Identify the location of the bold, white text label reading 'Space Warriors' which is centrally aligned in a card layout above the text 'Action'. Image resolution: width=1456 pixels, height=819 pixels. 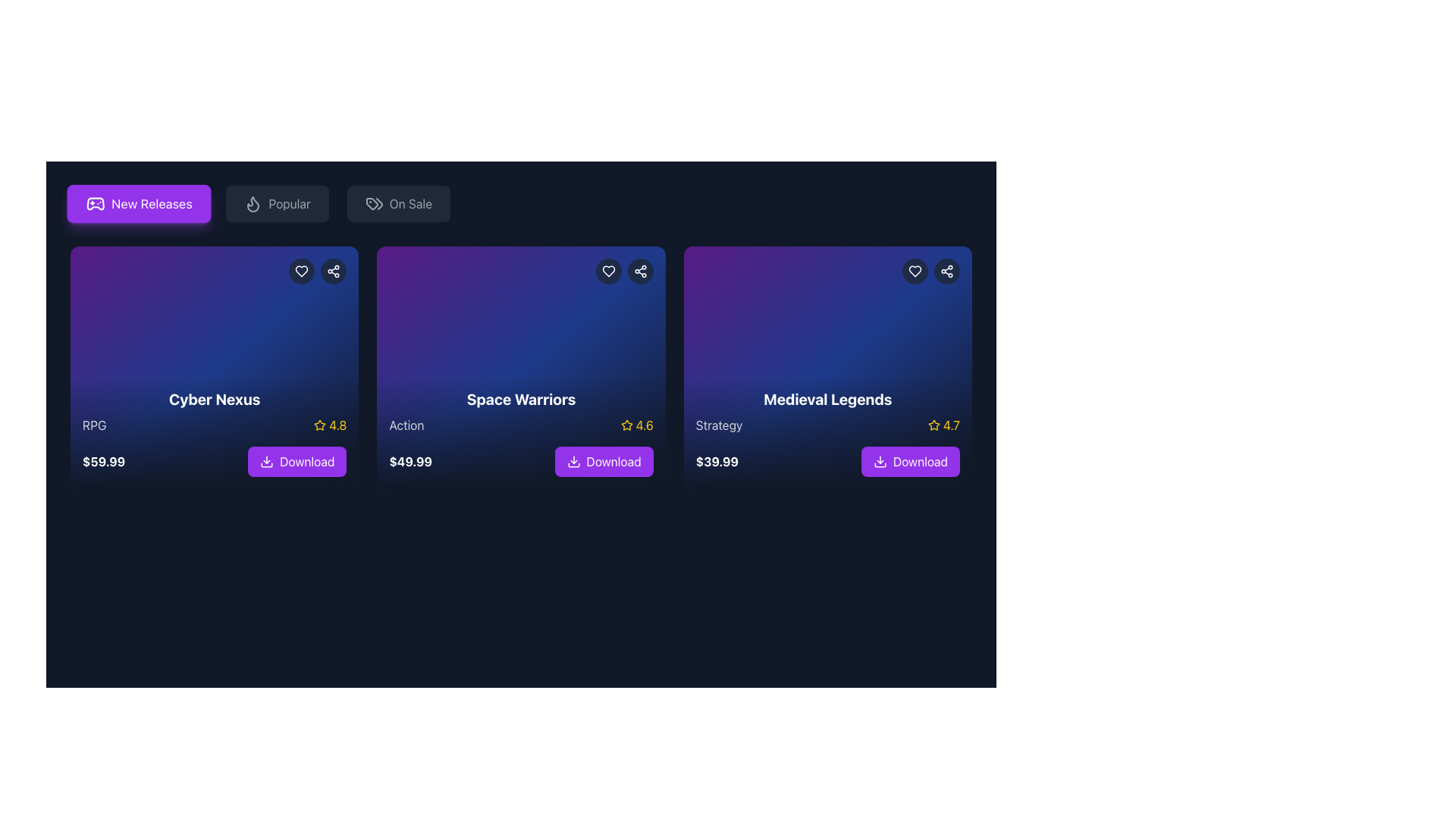
(521, 399).